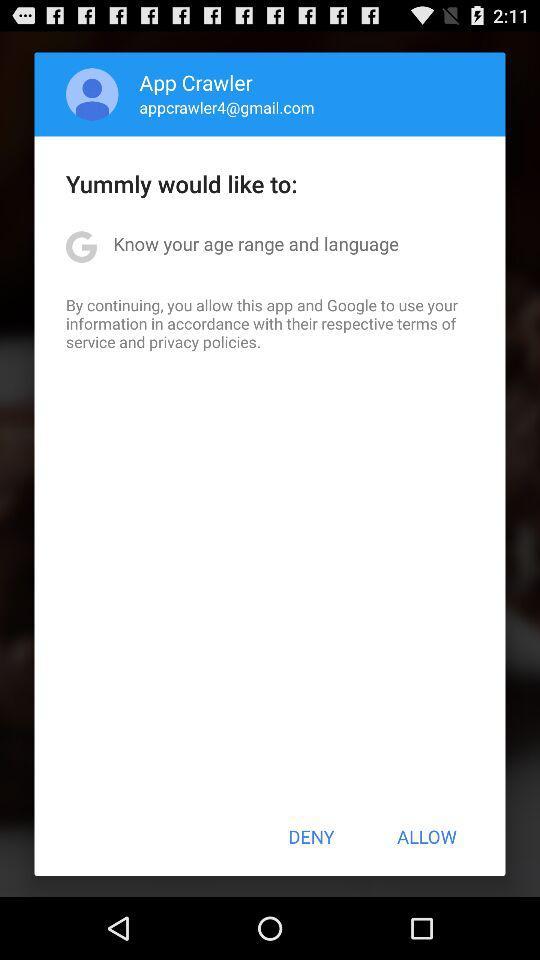  Describe the element at coordinates (311, 836) in the screenshot. I see `icon at the bottom` at that location.